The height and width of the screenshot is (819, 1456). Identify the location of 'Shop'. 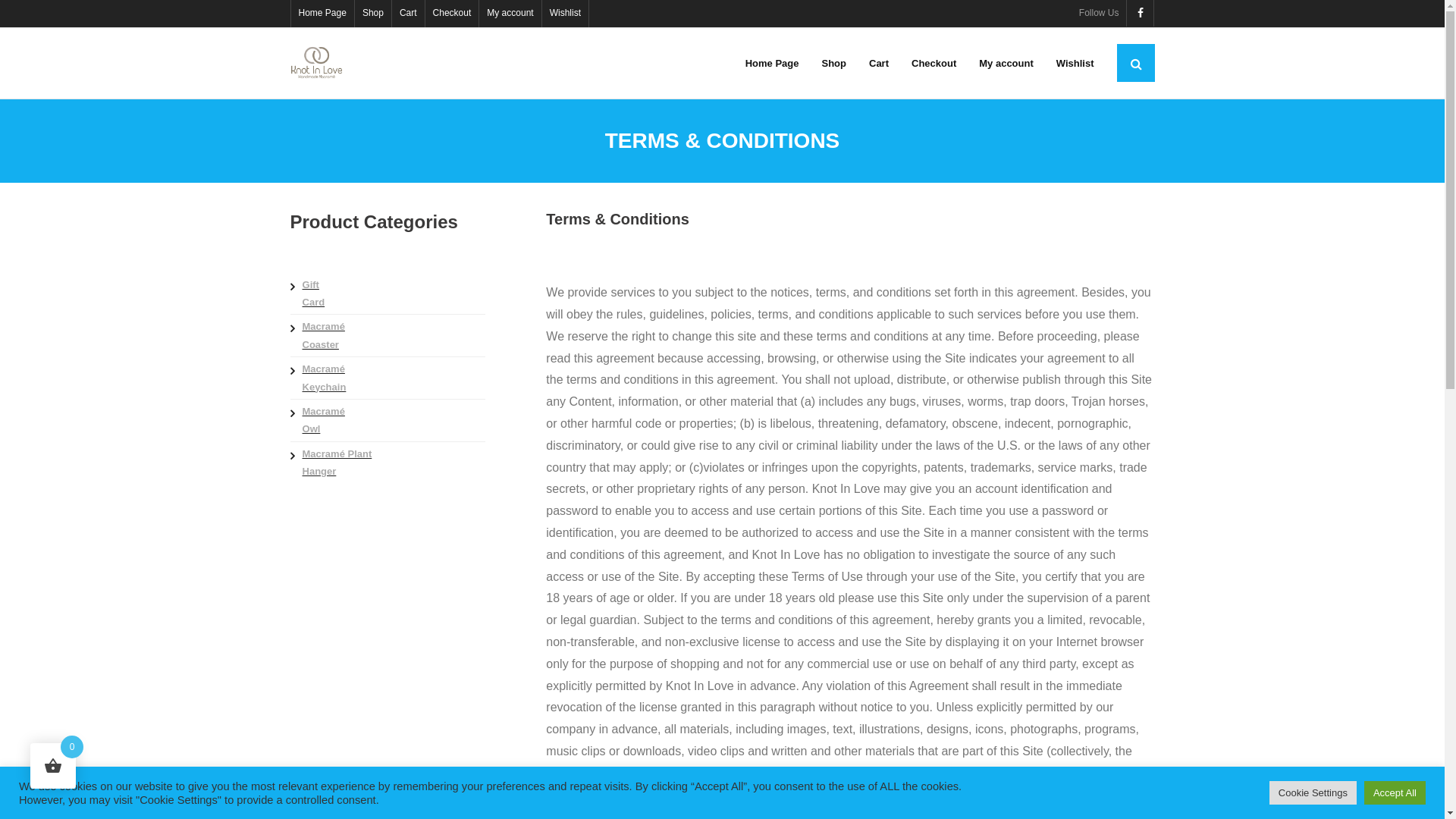
(809, 62).